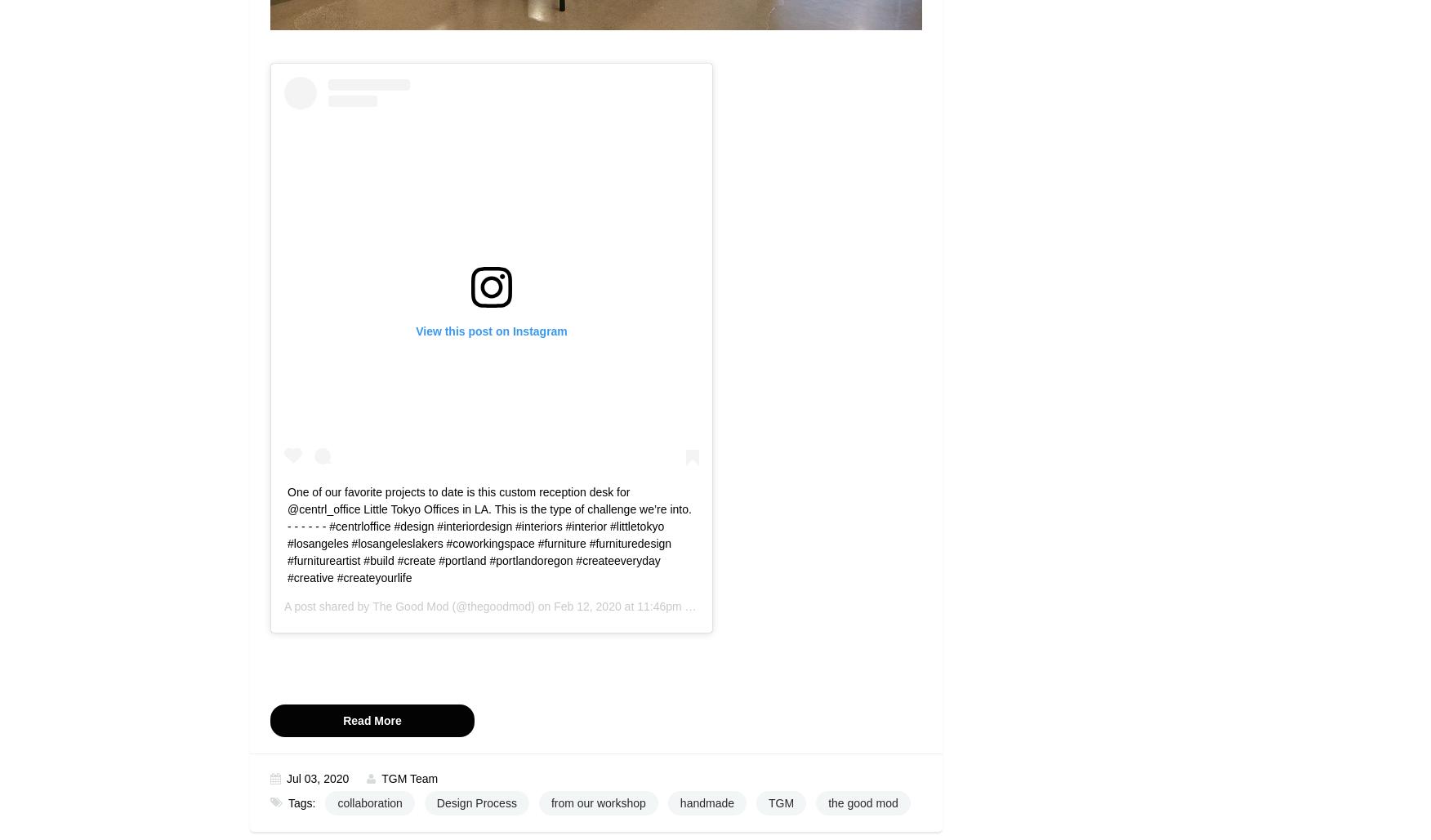  What do you see at coordinates (328, 607) in the screenshot?
I see `'A post shared by'` at bounding box center [328, 607].